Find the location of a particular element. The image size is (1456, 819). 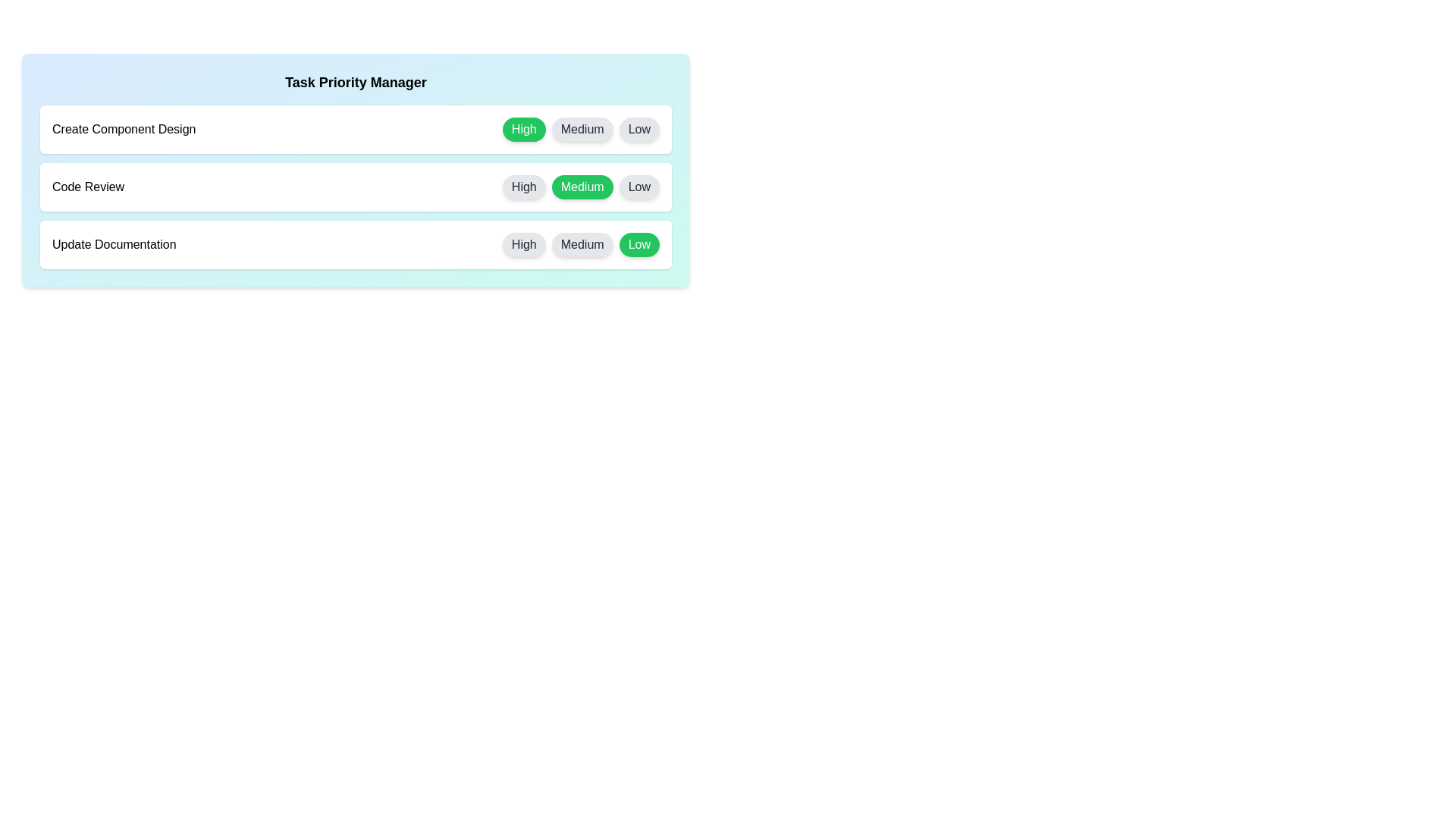

the Medium button for the task 'Update Documentation' to set its priority is located at coordinates (582, 244).